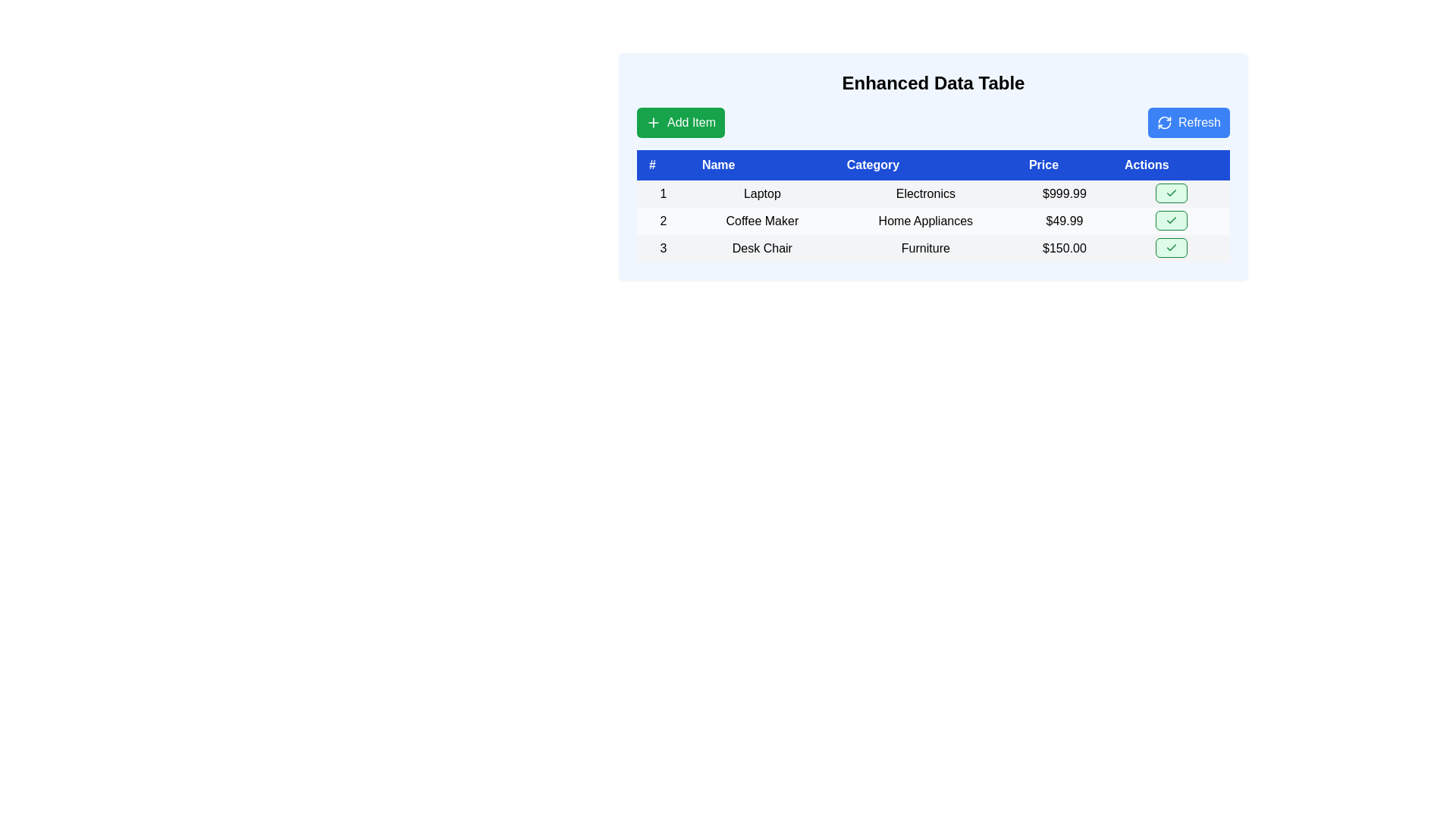  What do you see at coordinates (932, 247) in the screenshot?
I see `the individual cells within the table row representing 'Desk Chair', which is the third row of the data table` at bounding box center [932, 247].